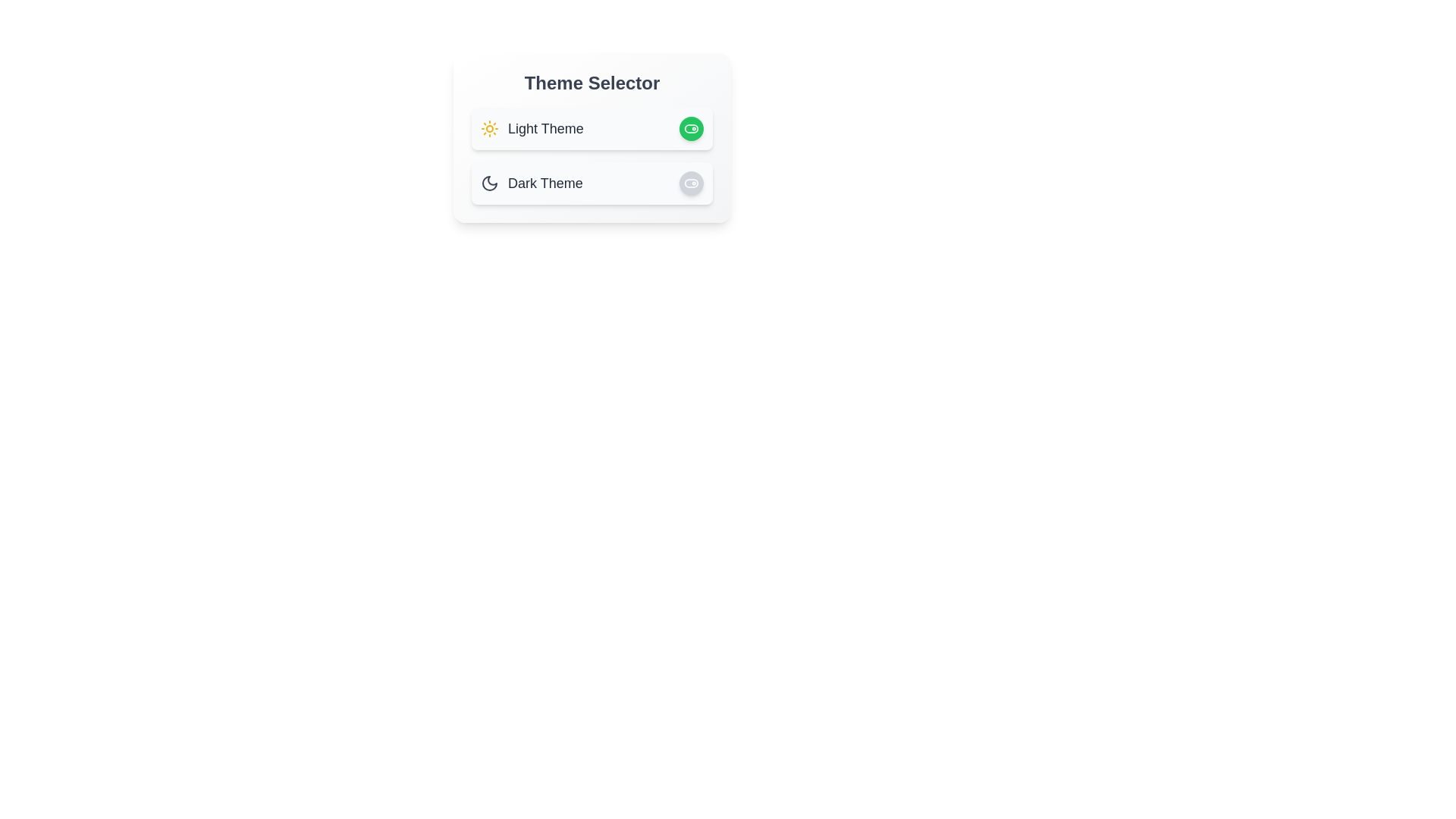 The image size is (1456, 819). I want to click on the 'Light Theme' text to select the light theme, so click(532, 127).